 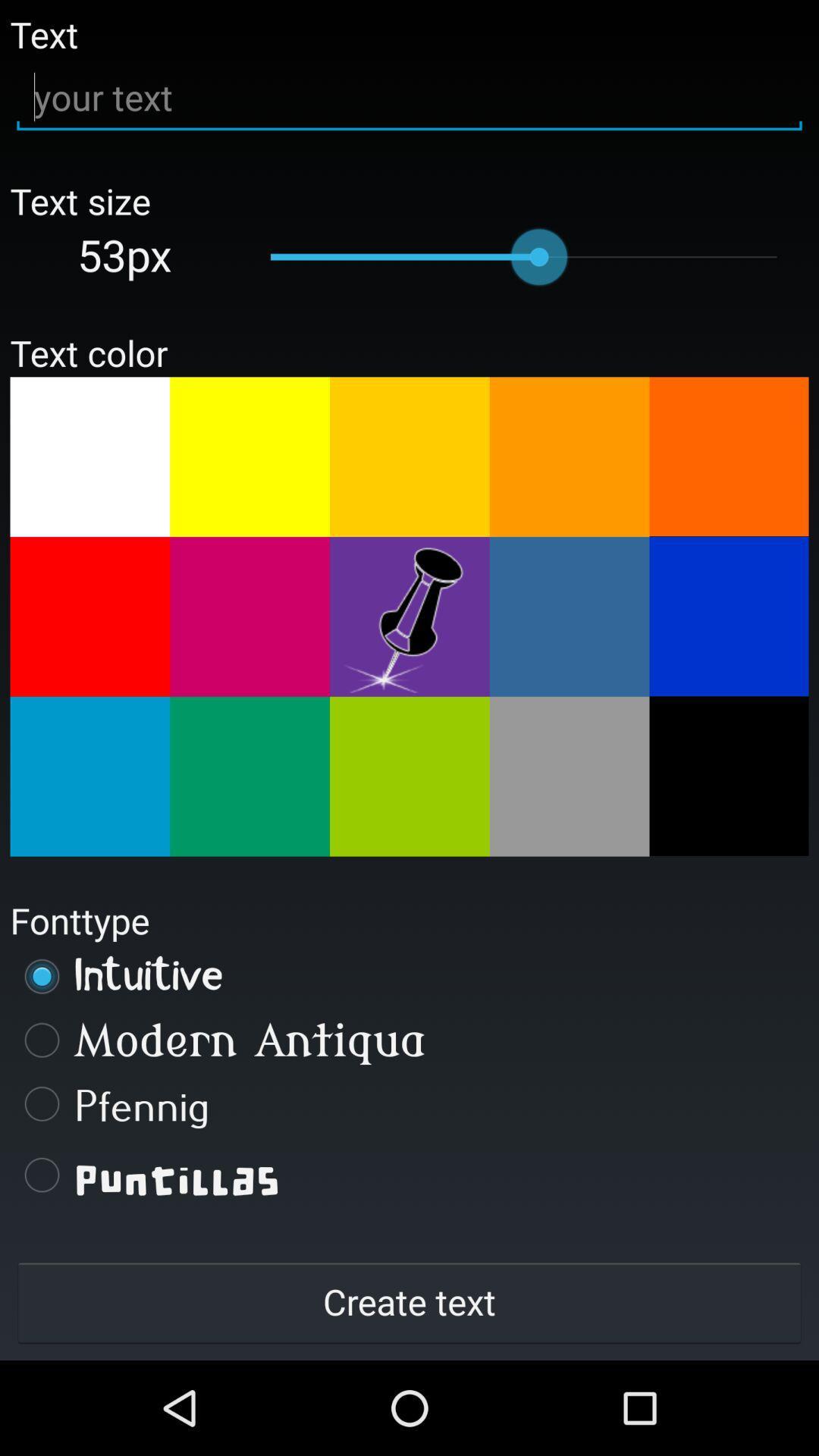 What do you see at coordinates (89, 456) in the screenshot?
I see `color` at bounding box center [89, 456].